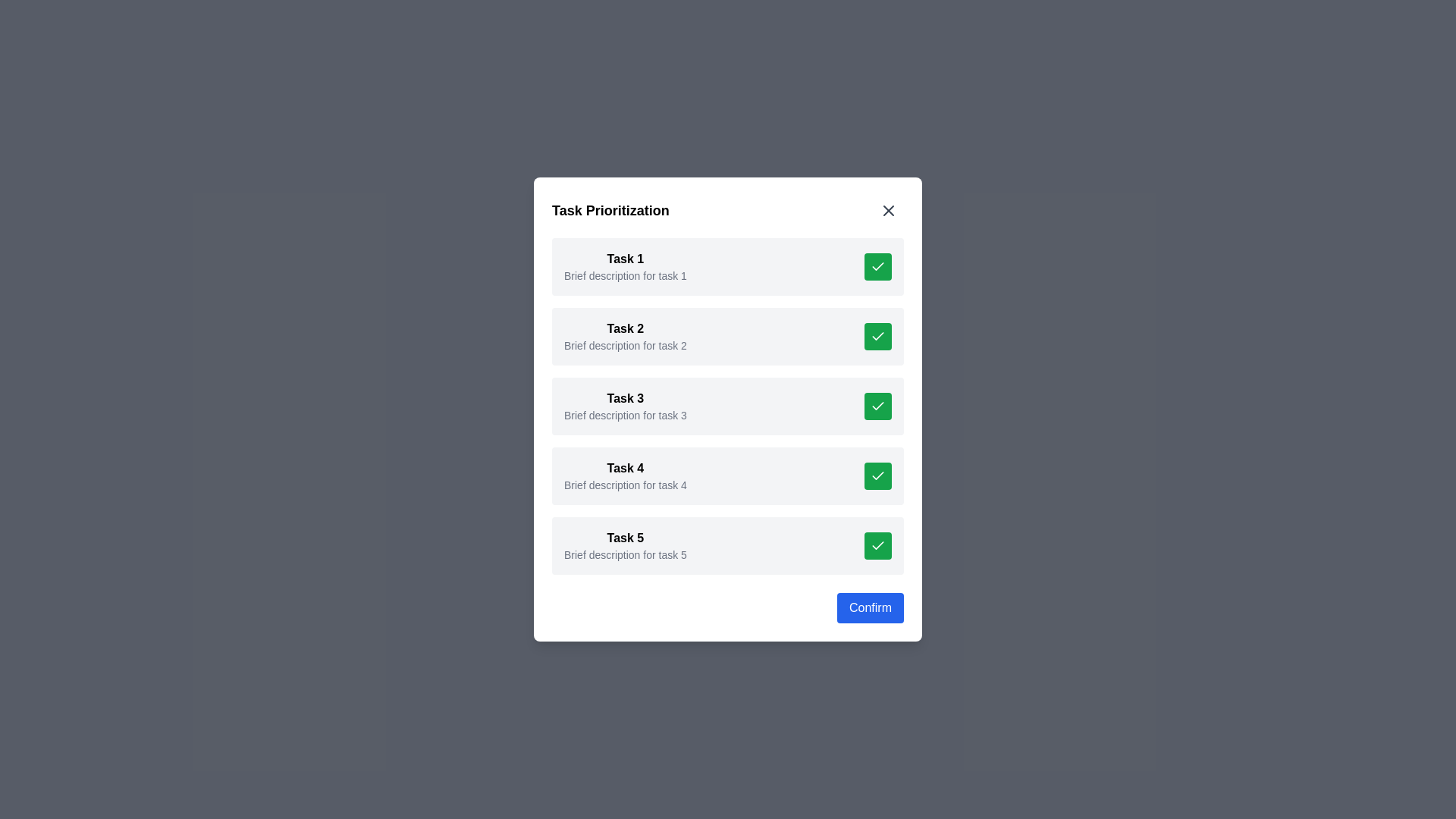 Image resolution: width=1456 pixels, height=819 pixels. I want to click on the Text Display element which contains the bold text 'Task 2' and the smaller description 'Brief description for task 2', so click(626, 335).